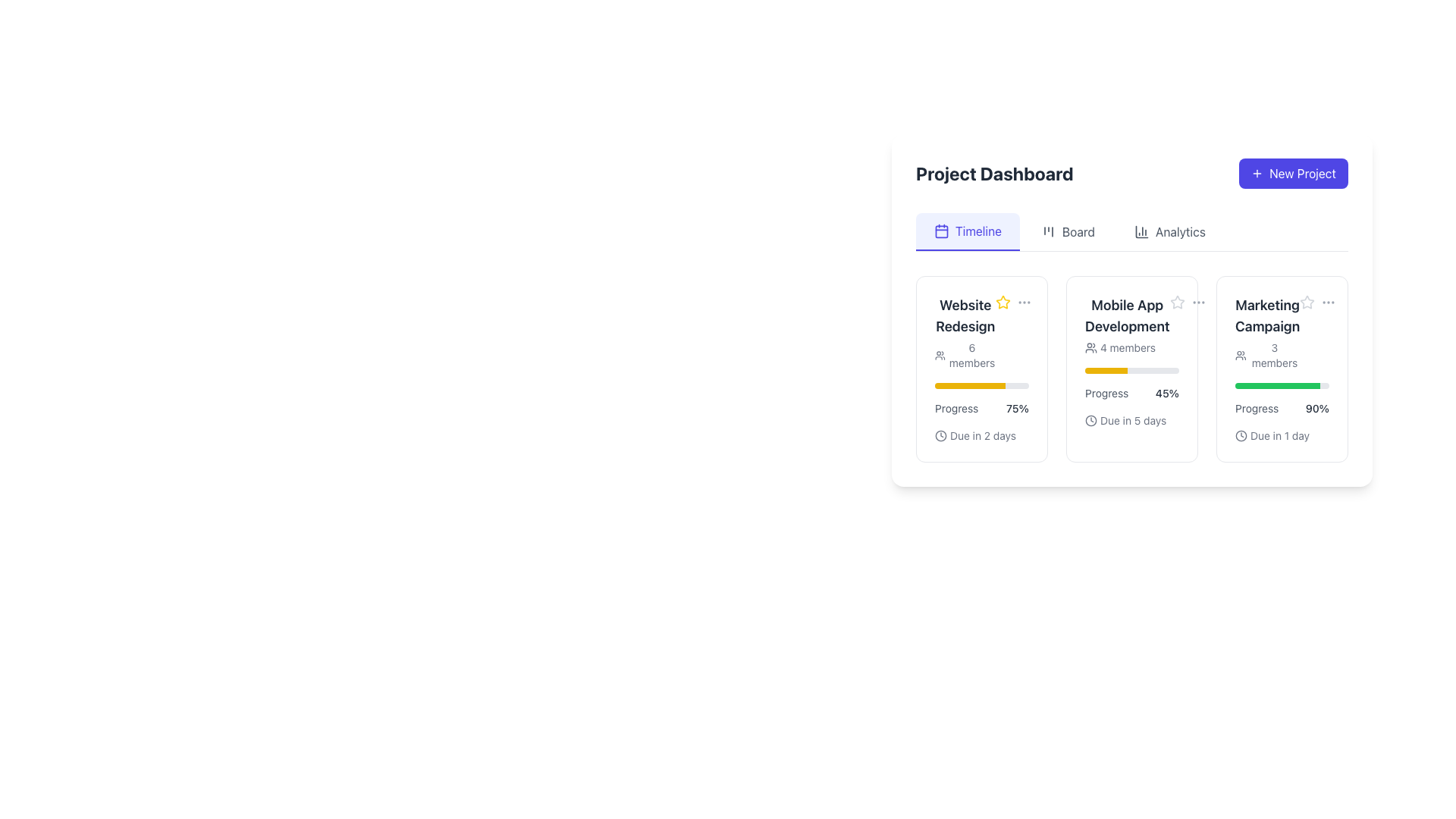 This screenshot has width=1456, height=819. Describe the element at coordinates (941, 231) in the screenshot. I see `the calendar icon with rounded edges and the text 'Timeline' located in the top-left of the horizontal navigation tab in the dashboard interface` at that location.